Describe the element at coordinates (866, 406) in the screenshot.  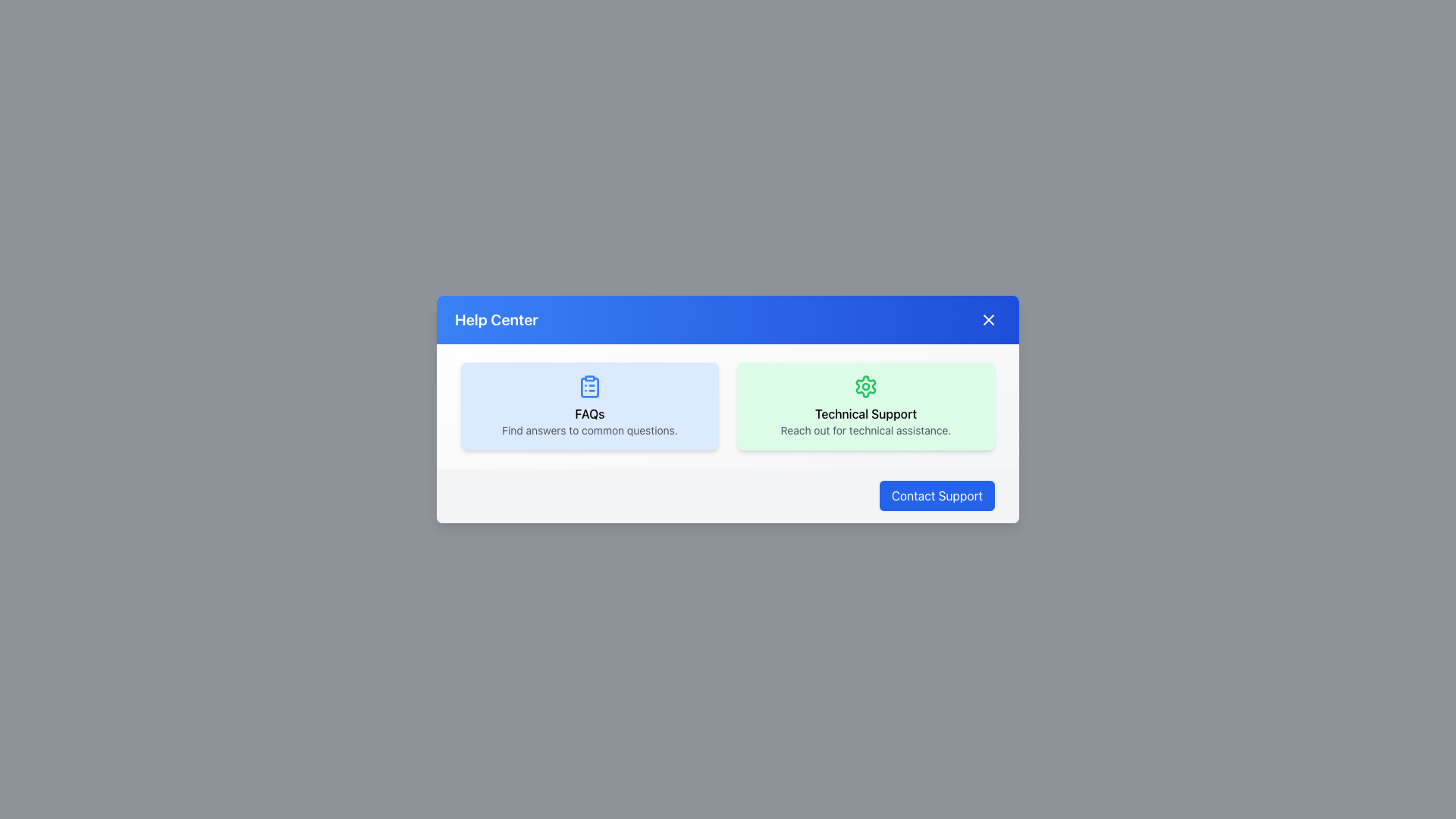
I see `the Informational Card located in the right column, next to the 'FAQs' card` at that location.